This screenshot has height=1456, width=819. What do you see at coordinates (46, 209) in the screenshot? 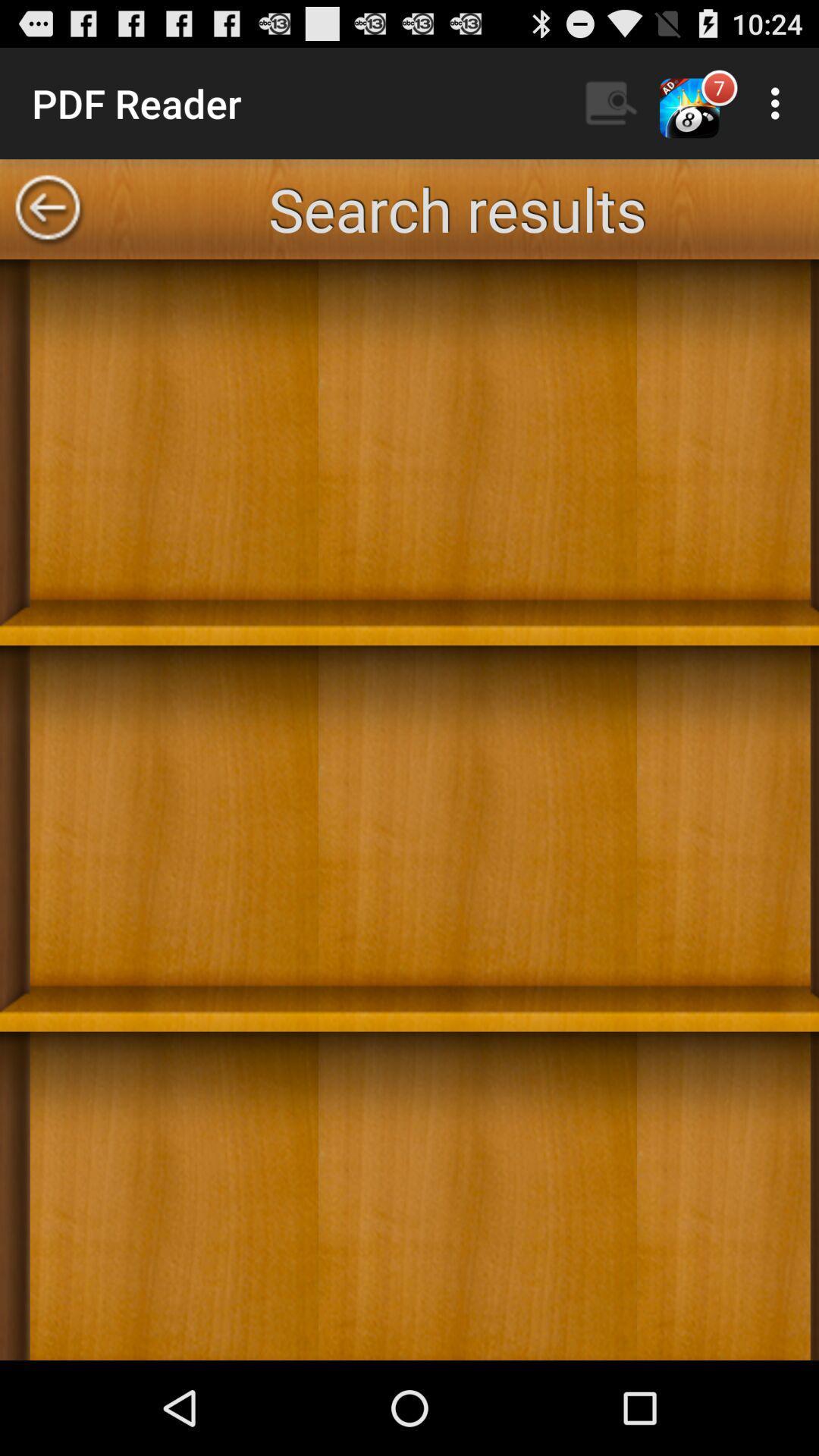
I see `the icon to the left of the search results app` at bounding box center [46, 209].